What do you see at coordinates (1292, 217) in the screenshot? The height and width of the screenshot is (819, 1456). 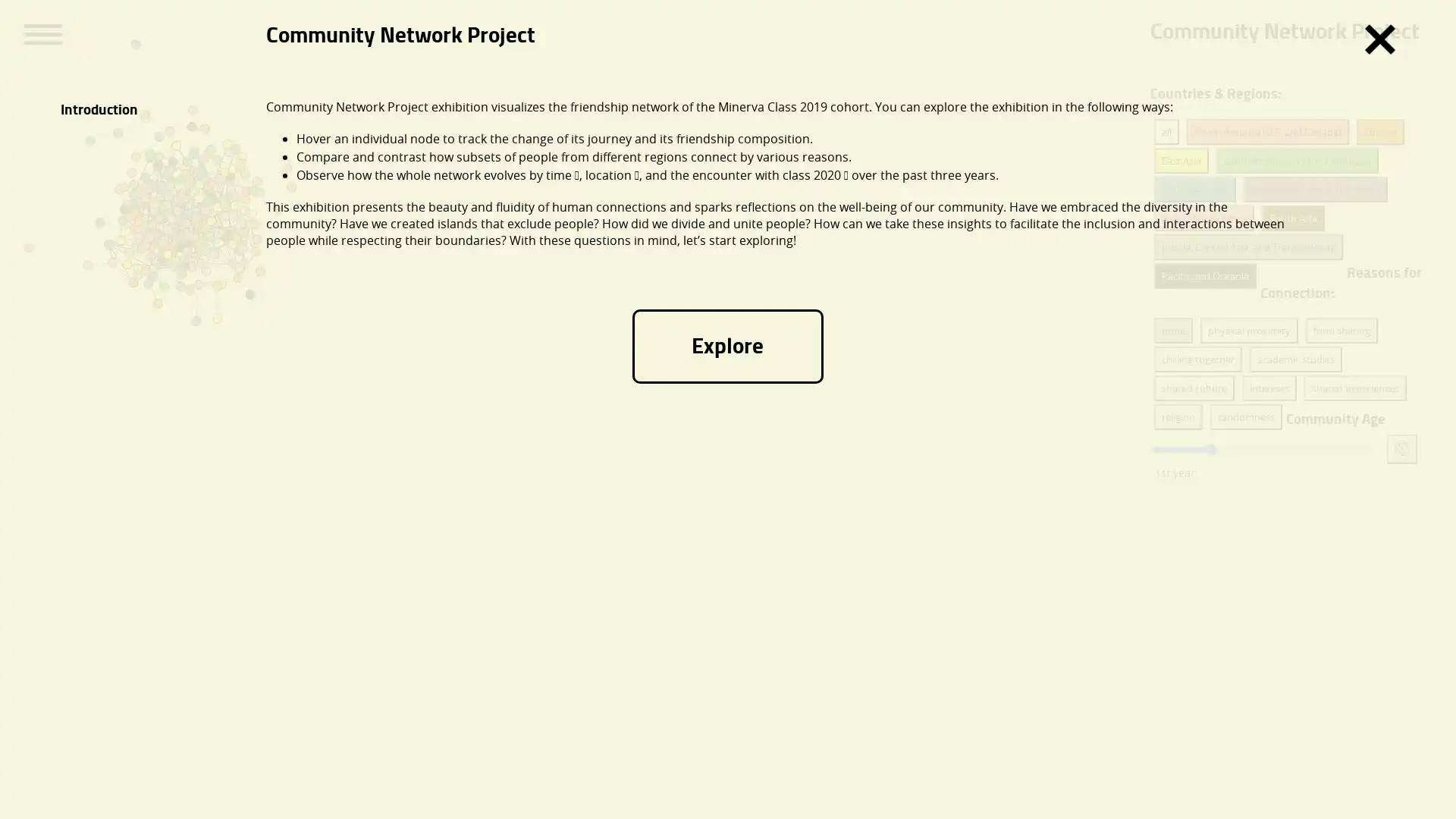 I see `South Asia` at bounding box center [1292, 217].